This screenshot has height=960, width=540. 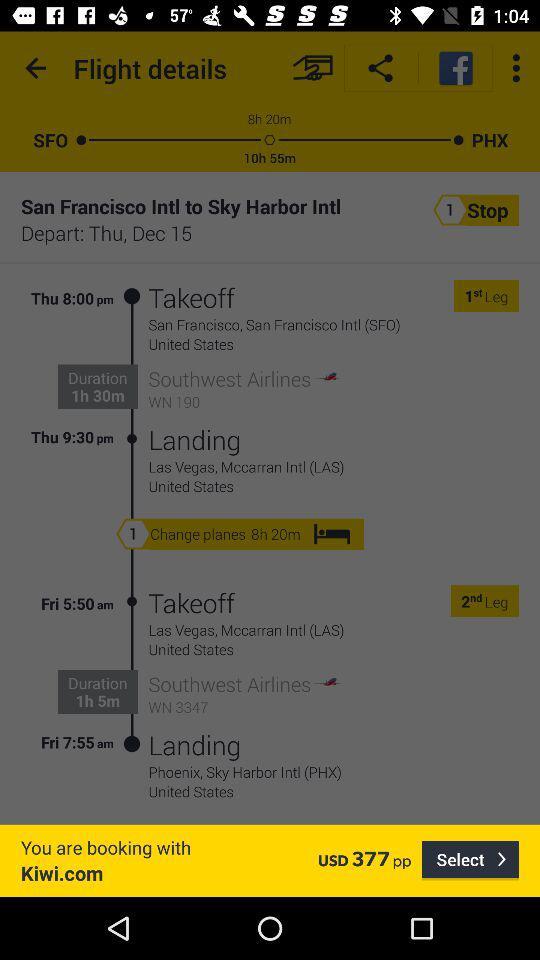 I want to click on the item to the left of the flight details, so click(x=36, y=68).